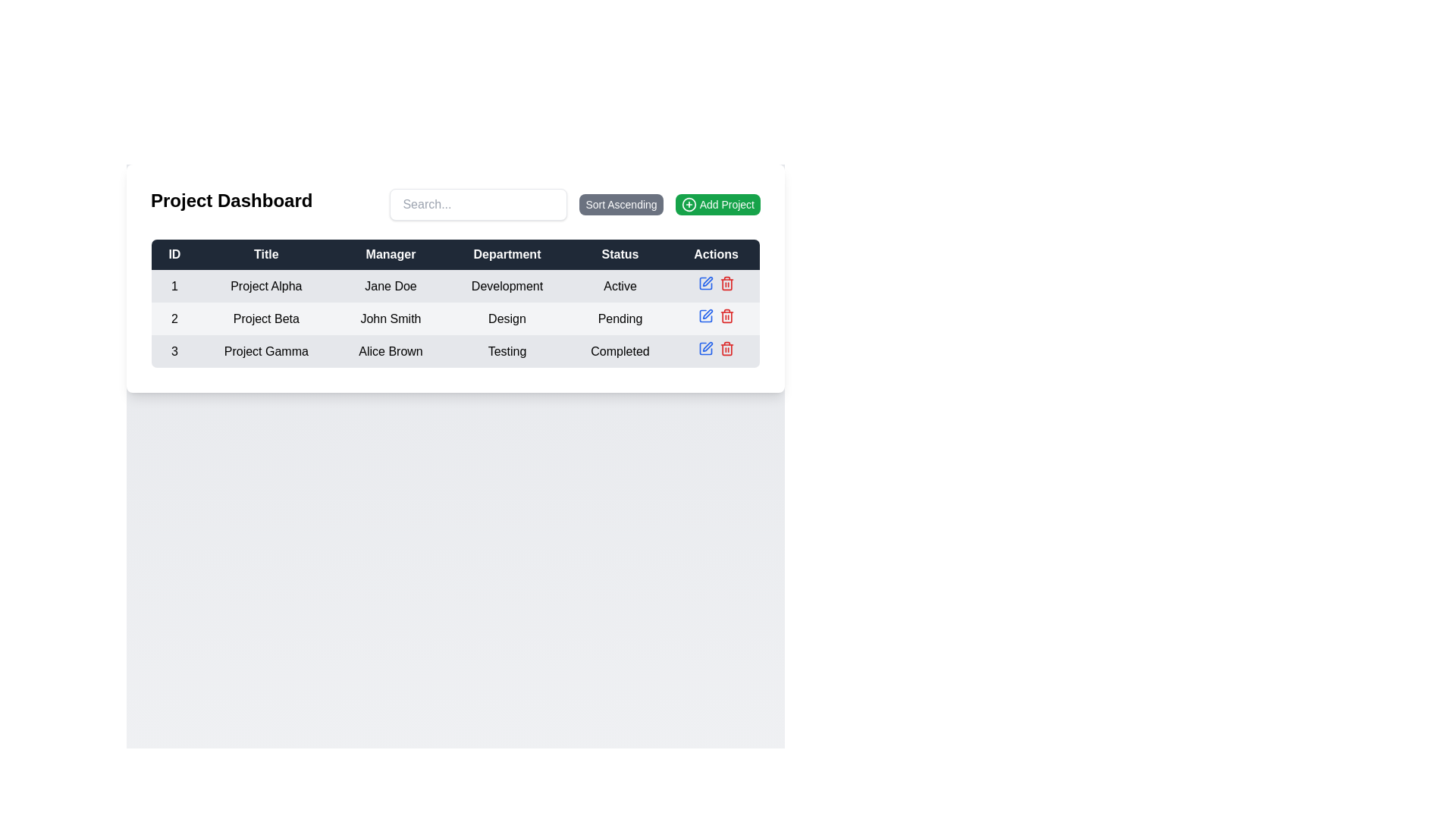 The height and width of the screenshot is (819, 1456). I want to click on the text label displaying 'Project Alpha' which is located in the second column of the first row in a table-like structure, so click(266, 286).